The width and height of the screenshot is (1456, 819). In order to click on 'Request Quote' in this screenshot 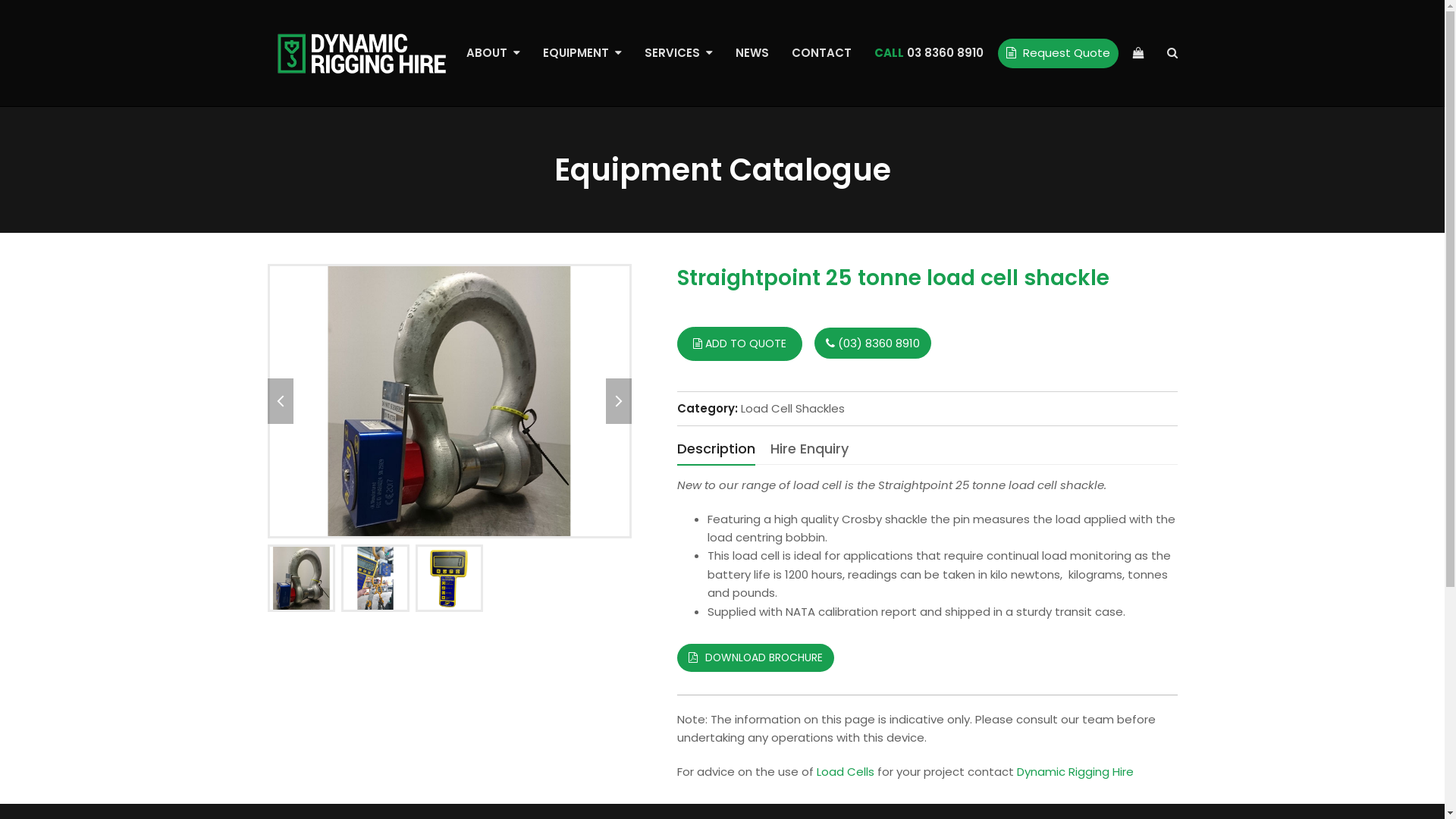, I will do `click(1057, 52)`.